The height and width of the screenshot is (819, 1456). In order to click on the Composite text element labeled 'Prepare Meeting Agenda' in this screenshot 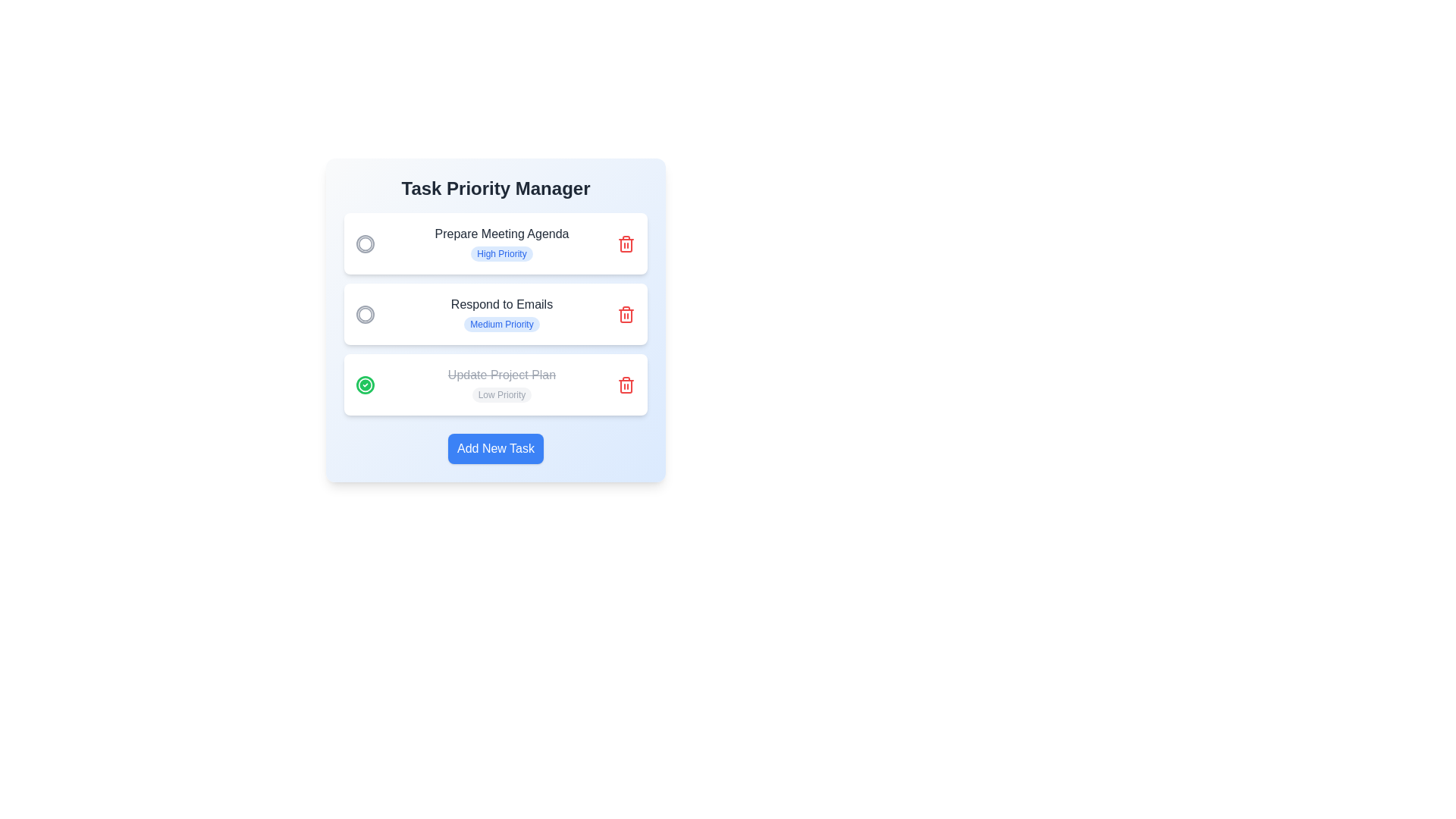, I will do `click(502, 243)`.